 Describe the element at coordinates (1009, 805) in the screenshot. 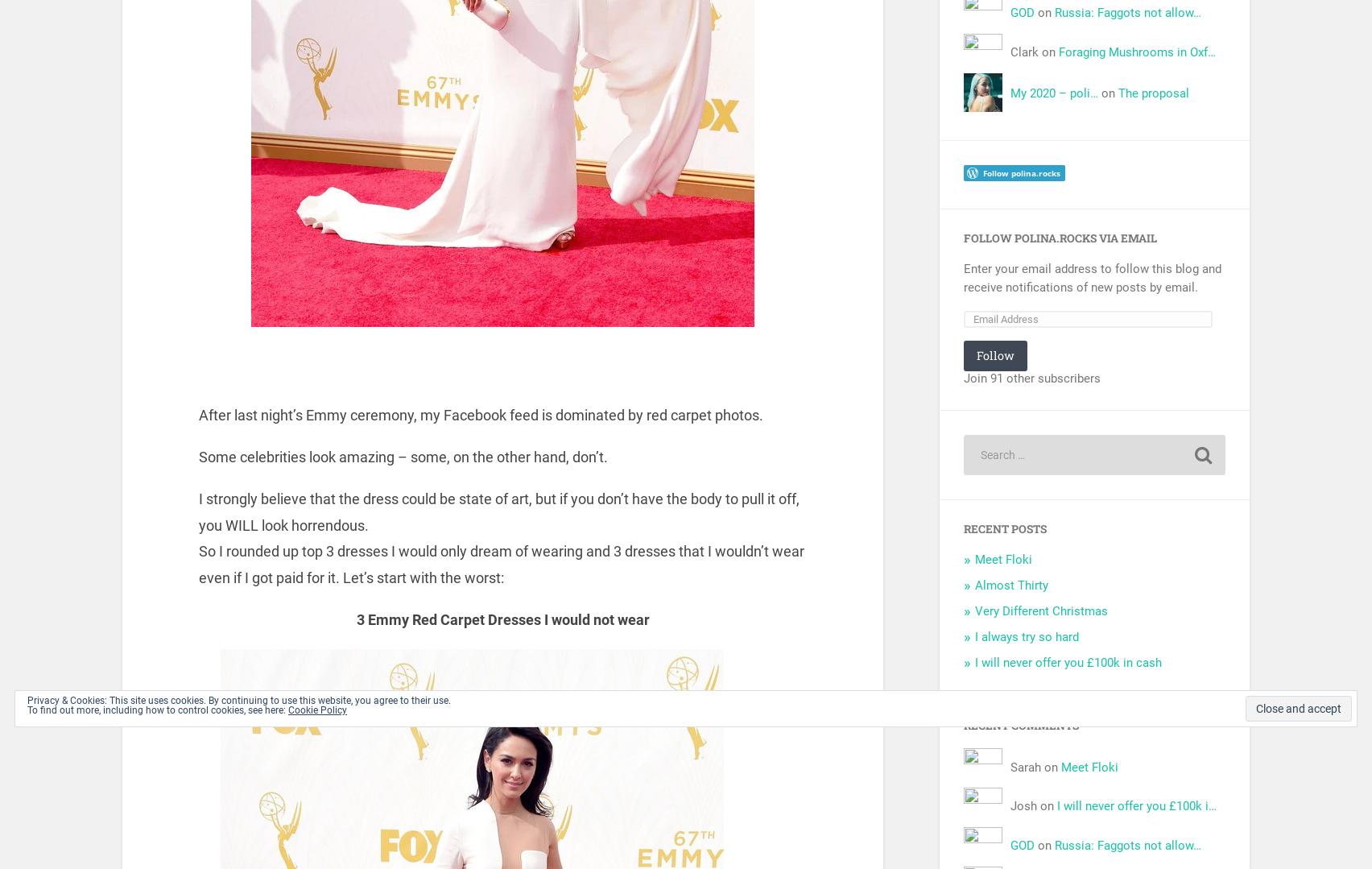

I see `'Josh on'` at that location.